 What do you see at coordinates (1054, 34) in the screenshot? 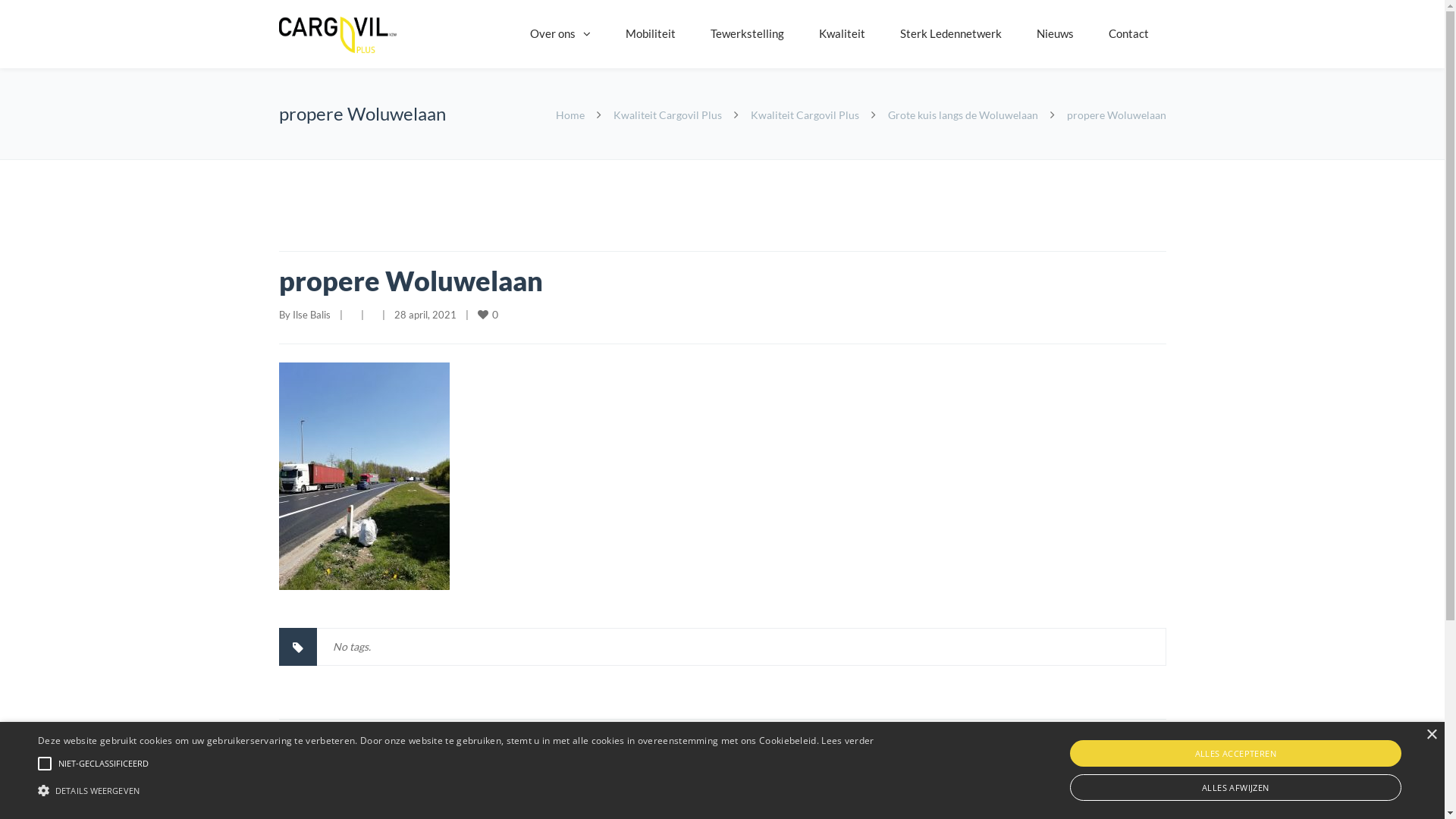
I see `'Nieuws'` at bounding box center [1054, 34].